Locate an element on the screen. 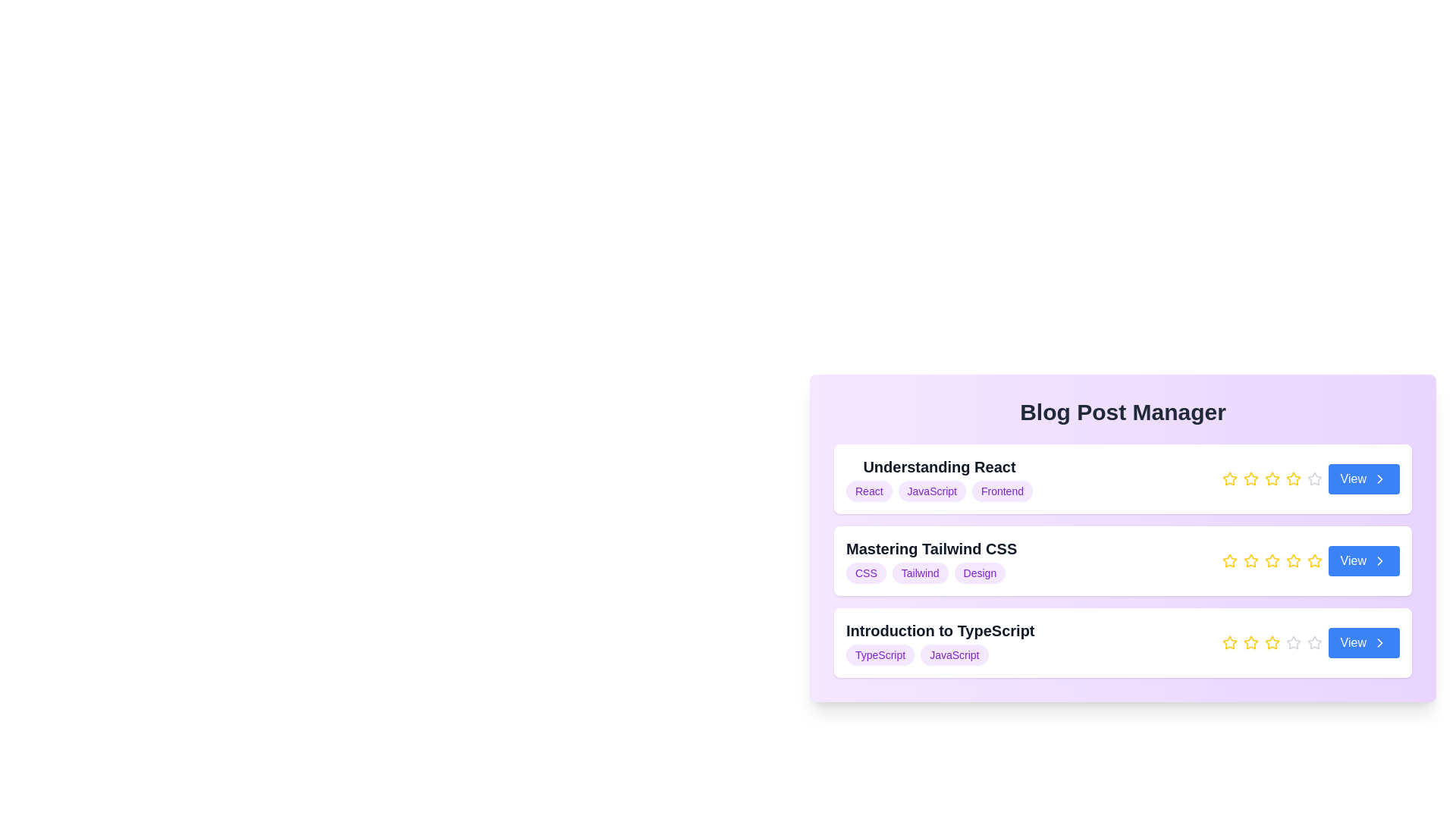 The image size is (1456, 819). the third star icon in the rating section of the 'Mastering Tailwind CSS' item in the 'Blog Post Manager' to rate it is located at coordinates (1310, 561).